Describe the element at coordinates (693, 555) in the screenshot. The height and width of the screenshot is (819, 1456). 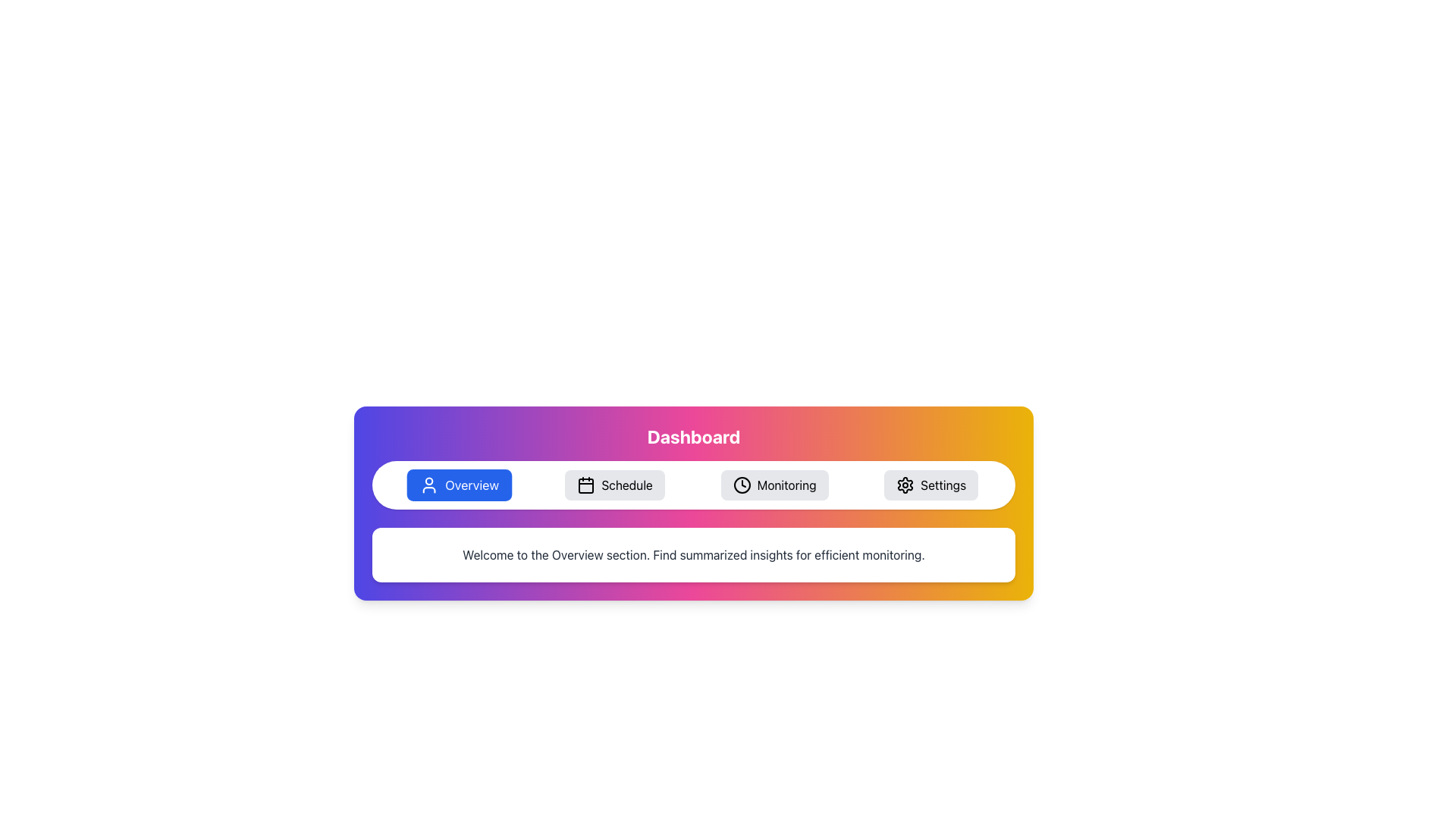
I see `the text box that reads 'Welcome to the Overview section. Find summarized insights for efficient monitoring.'` at that location.